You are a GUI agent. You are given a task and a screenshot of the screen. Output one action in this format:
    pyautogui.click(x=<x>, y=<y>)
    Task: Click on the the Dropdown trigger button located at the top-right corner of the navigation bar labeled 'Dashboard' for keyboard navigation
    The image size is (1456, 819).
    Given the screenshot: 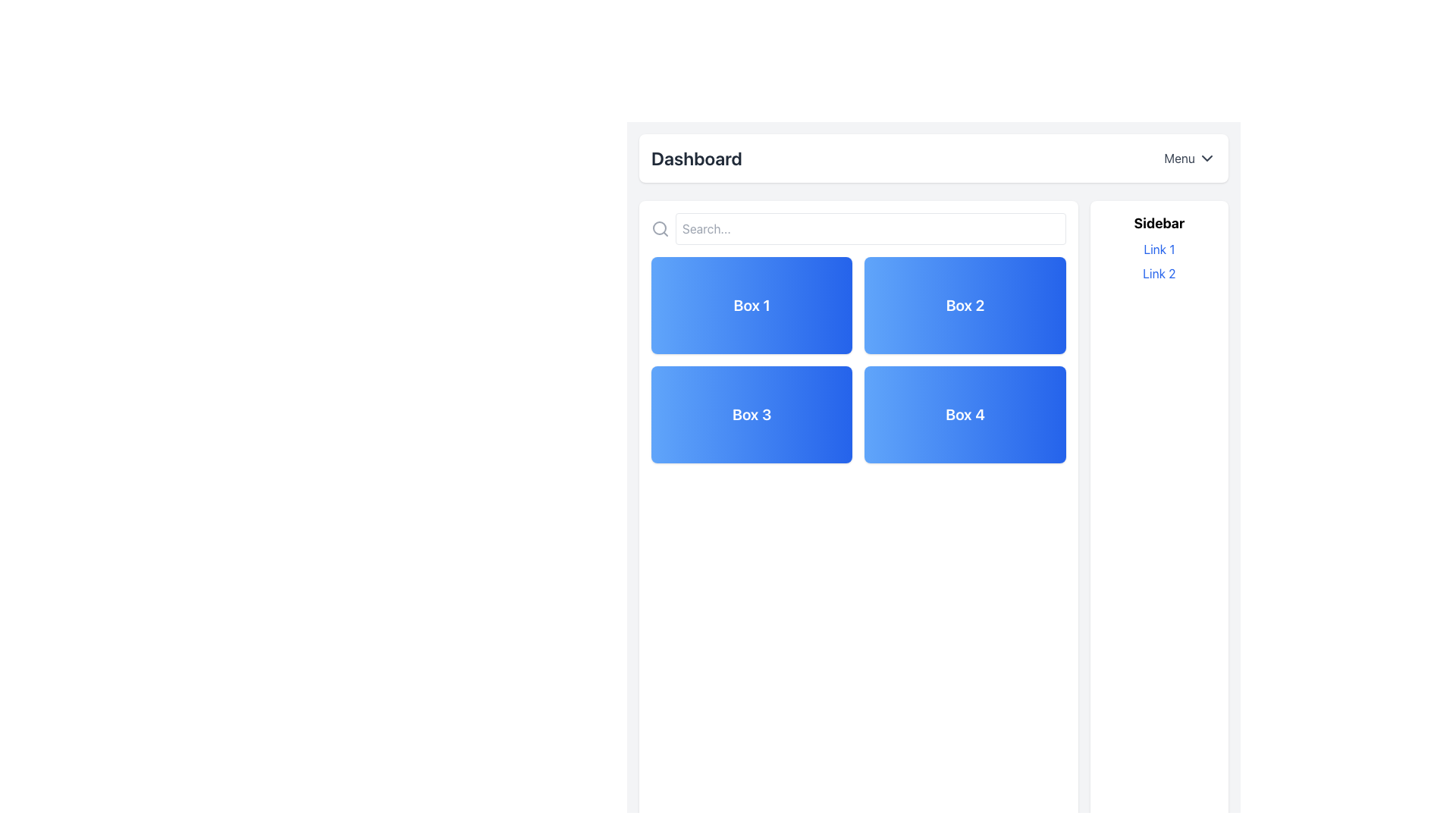 What is the action you would take?
    pyautogui.click(x=1189, y=158)
    